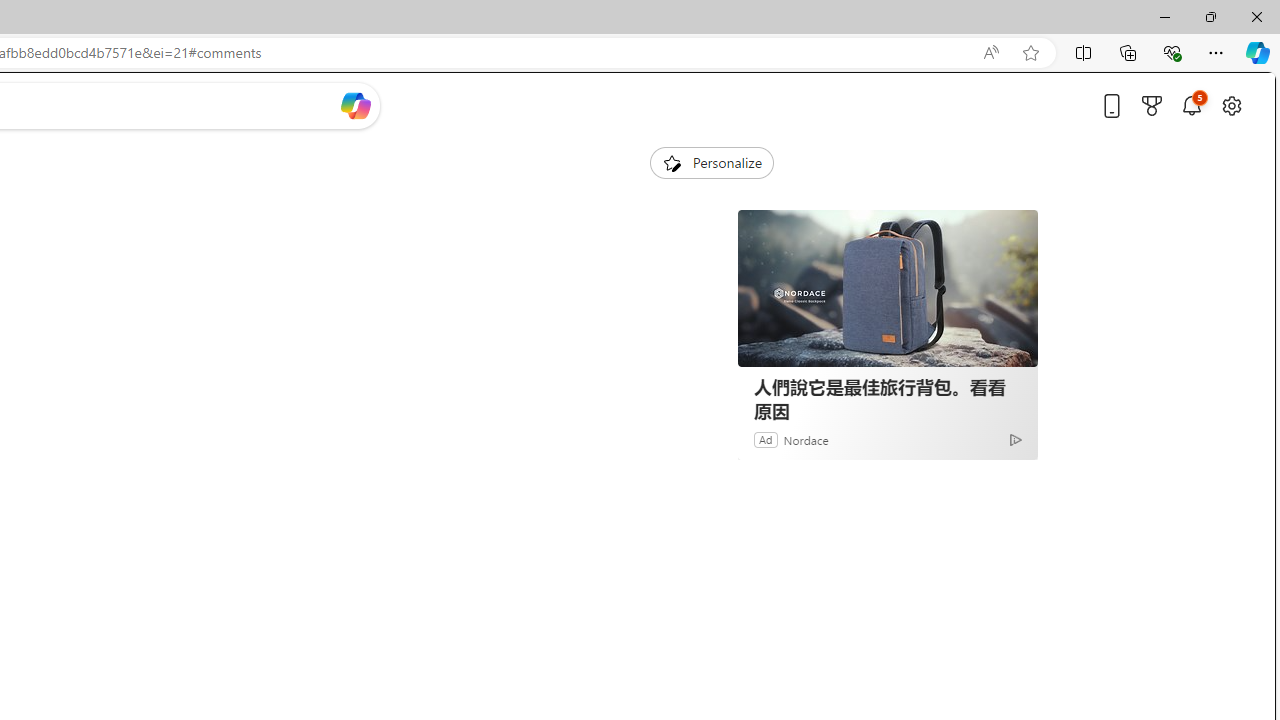 The height and width of the screenshot is (720, 1280). Describe the element at coordinates (671, 161) in the screenshot. I see `'To get missing image descriptions, open the context menu.'` at that location.